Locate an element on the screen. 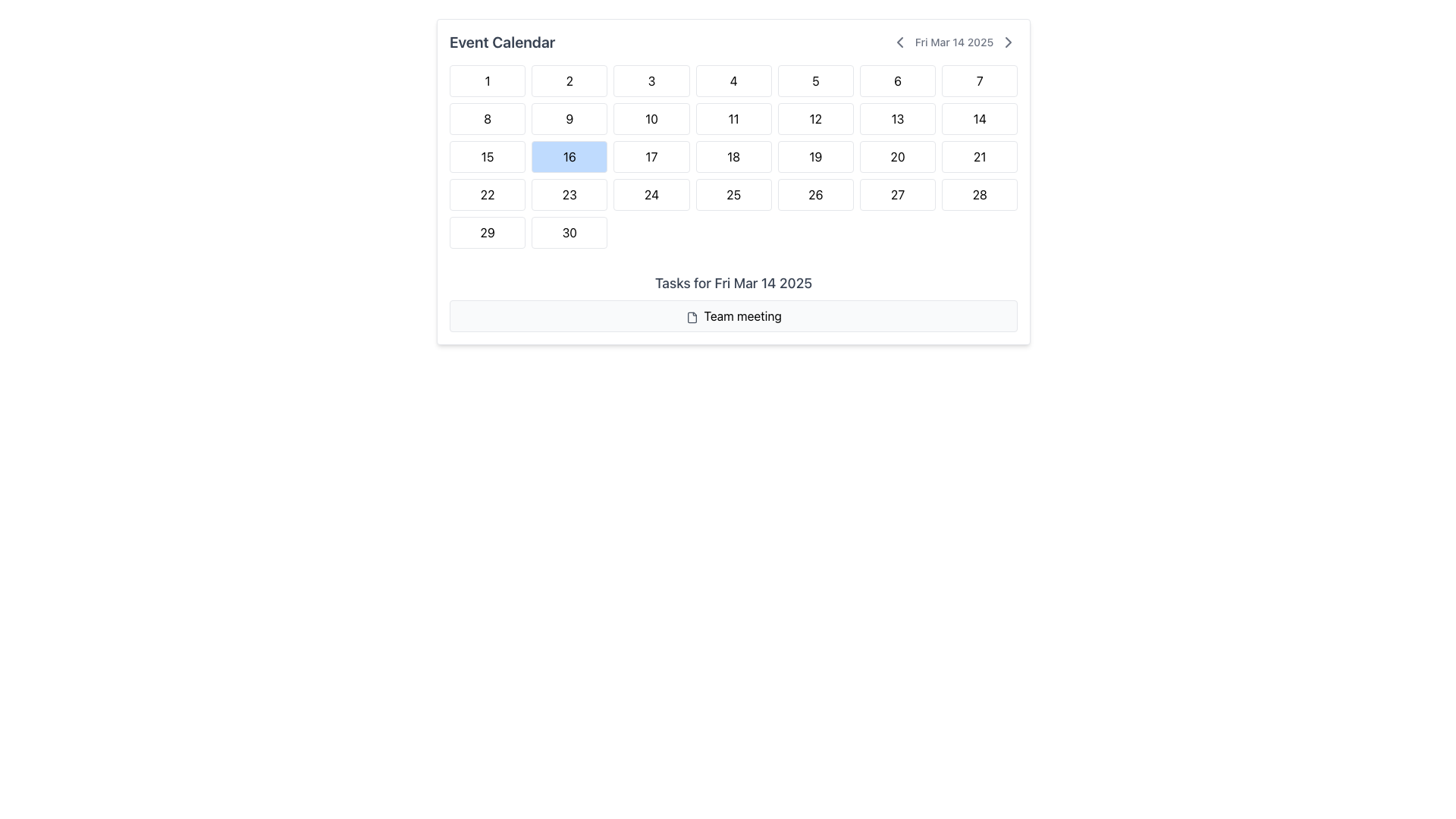  the calendar day cell representing the 24th day of the month is located at coordinates (651, 194).